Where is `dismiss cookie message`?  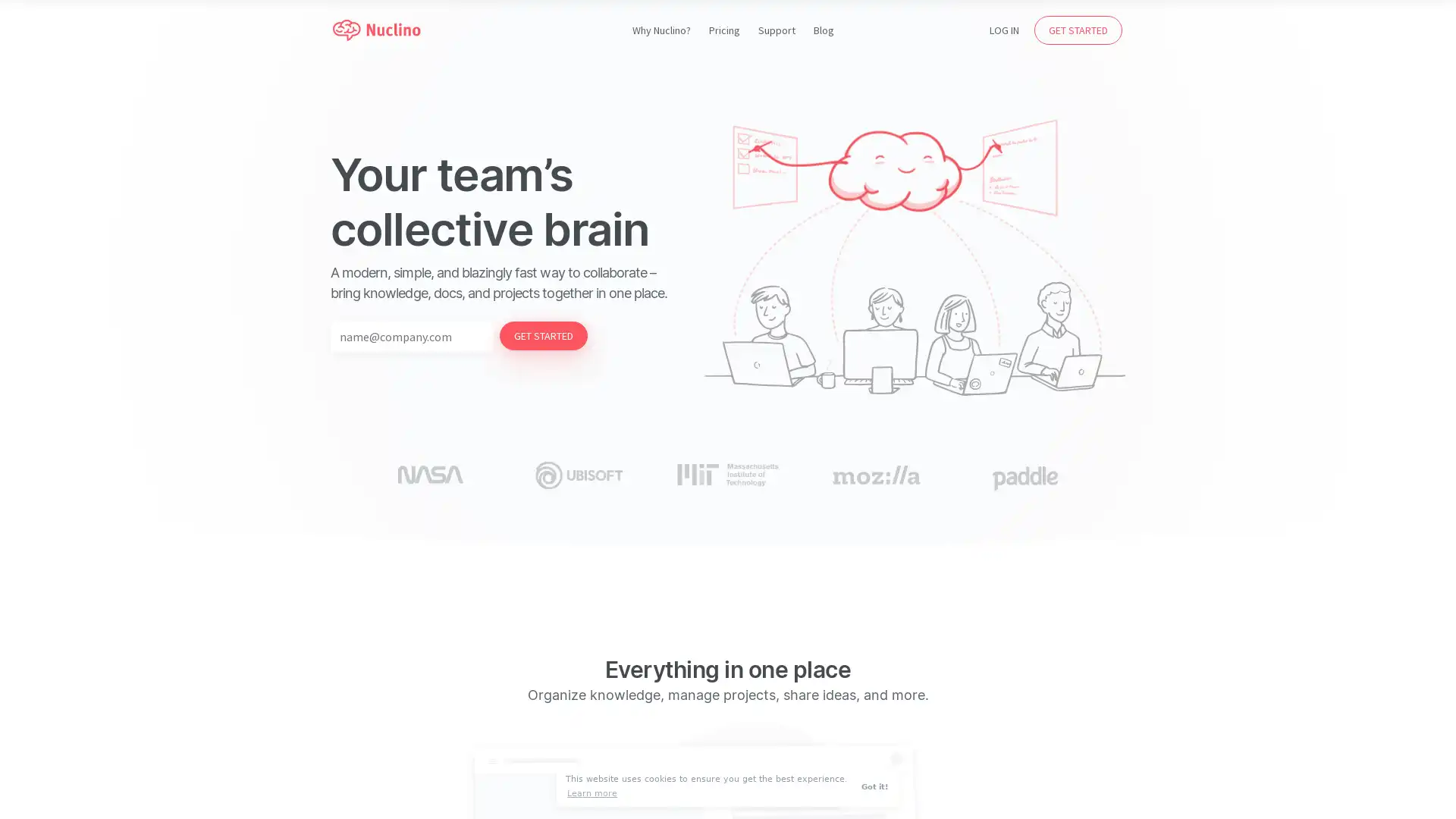
dismiss cookie message is located at coordinates (877, 786).